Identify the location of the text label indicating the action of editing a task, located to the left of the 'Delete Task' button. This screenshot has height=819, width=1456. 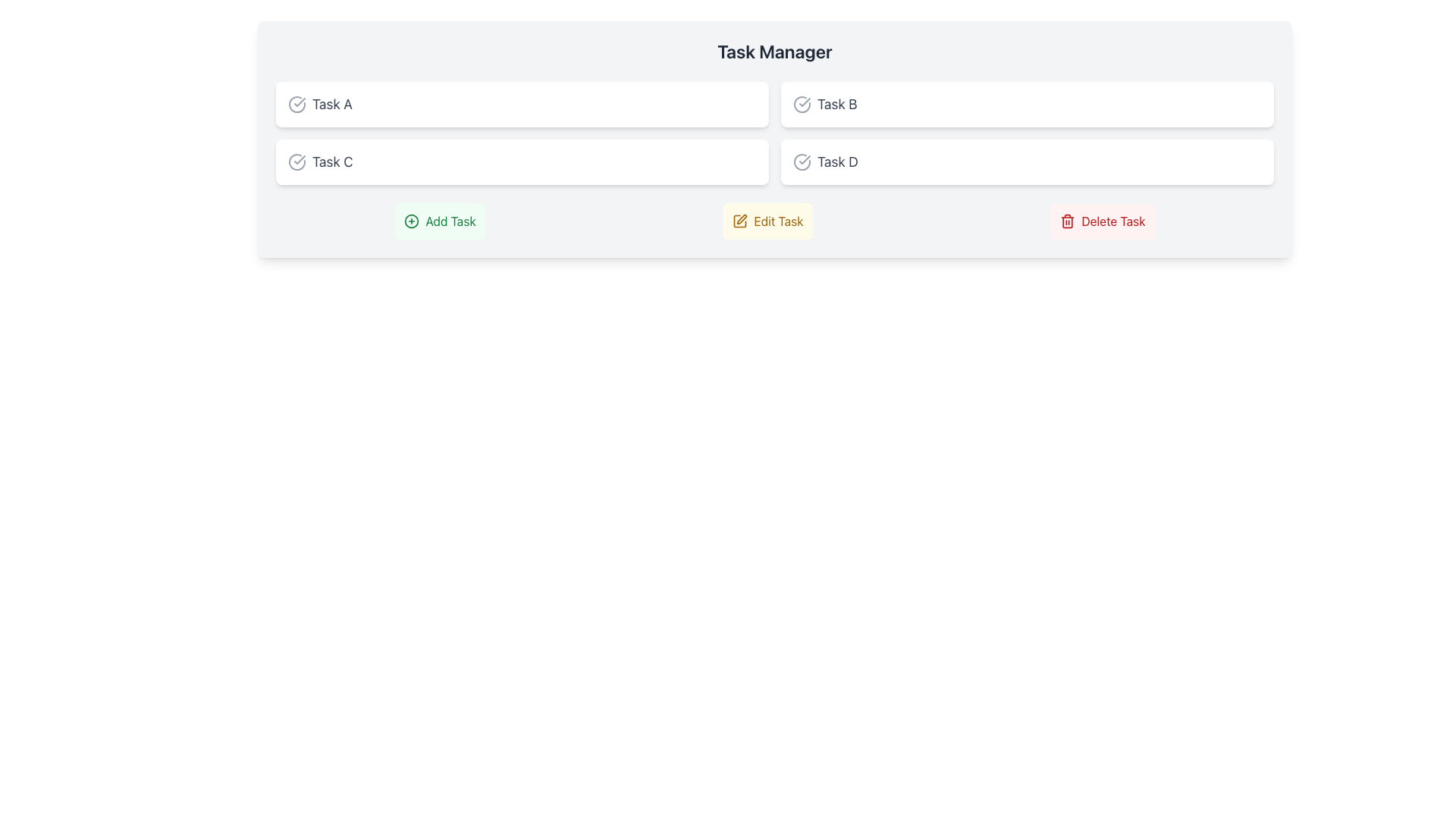
(779, 221).